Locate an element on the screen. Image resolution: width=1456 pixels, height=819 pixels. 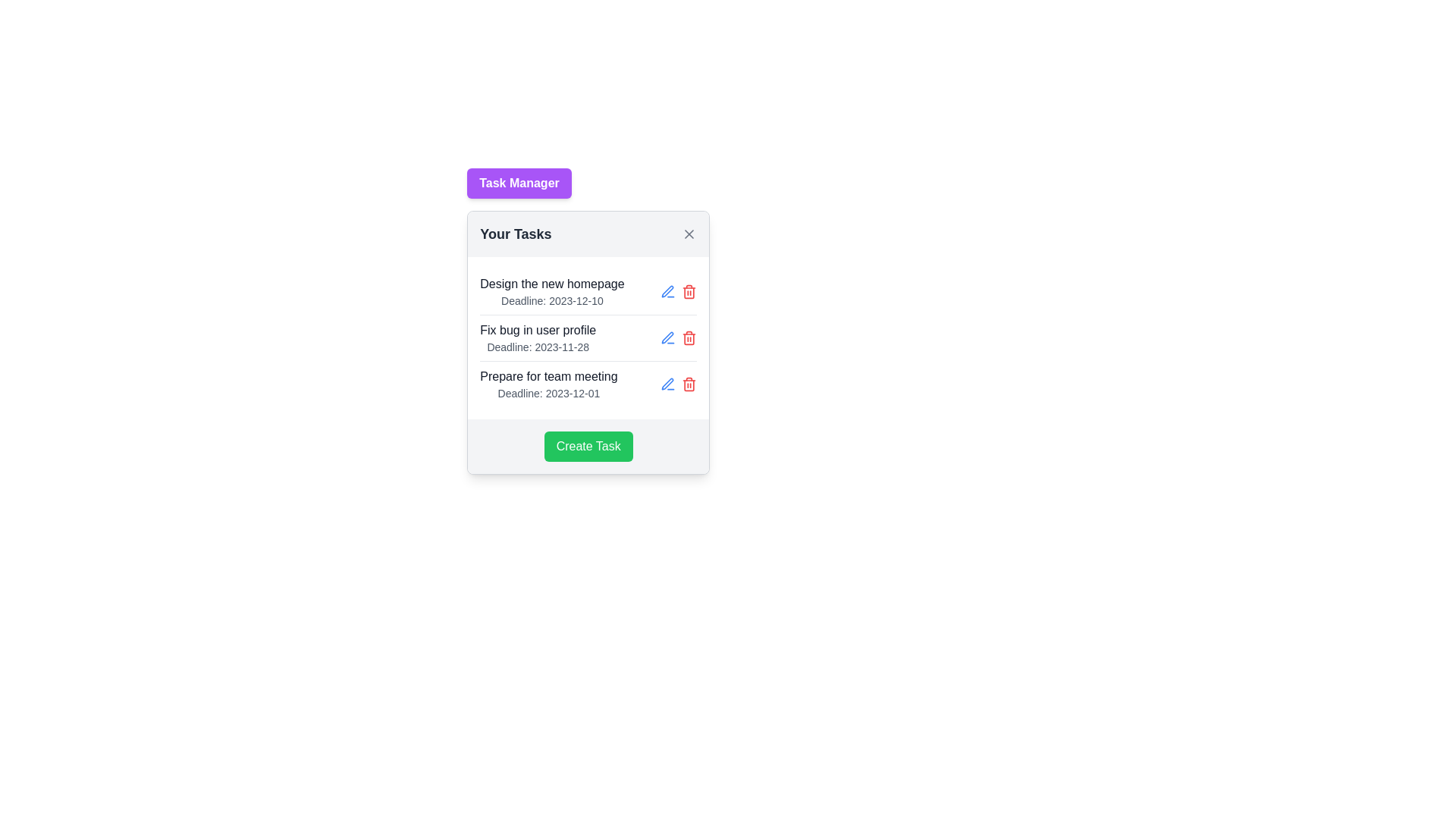
the 'Create Task' button with a green background and white text to observe the hover effect is located at coordinates (588, 446).